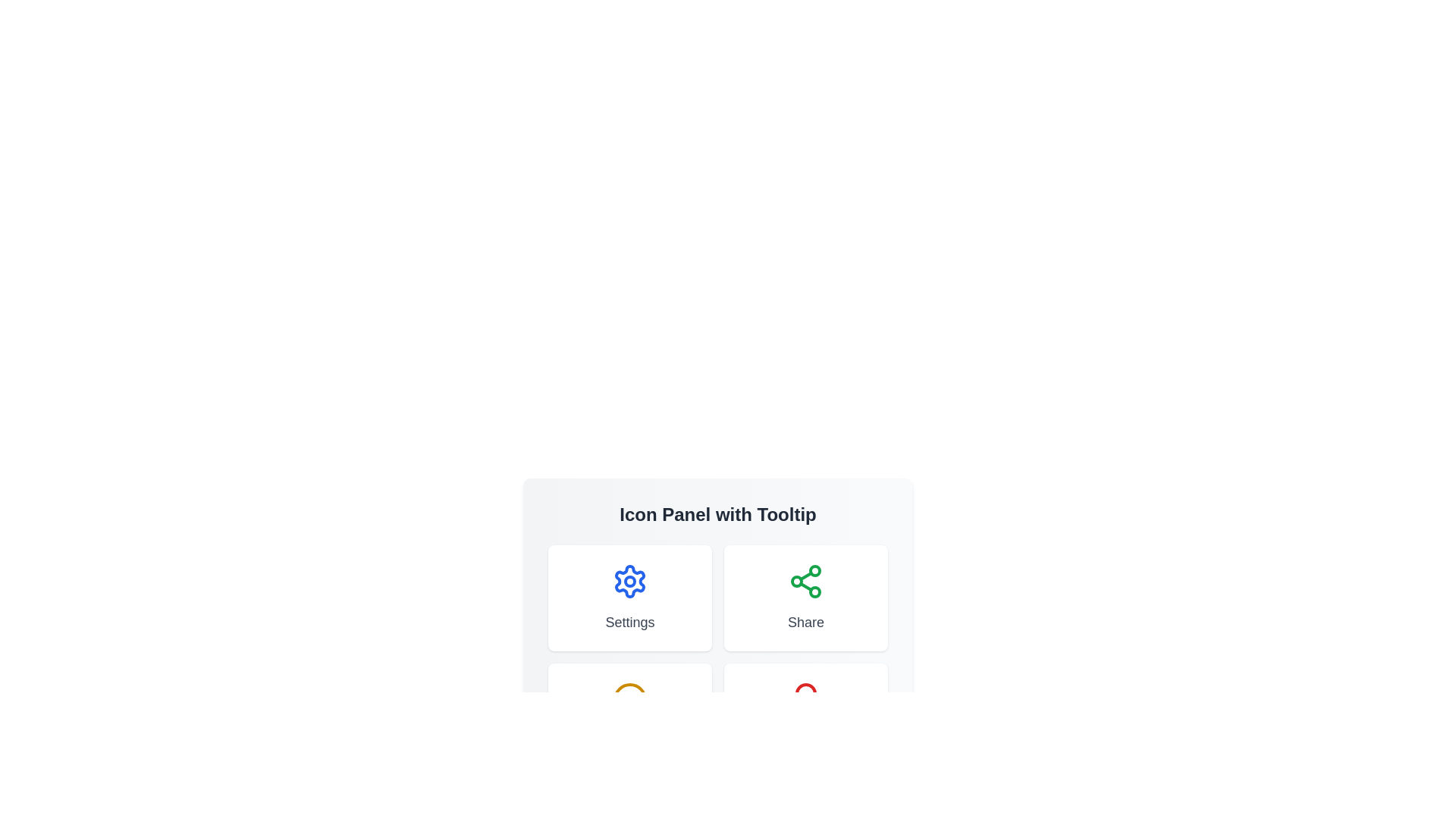  Describe the element at coordinates (629, 581) in the screenshot. I see `the small circular SVG Circle located at the center of the gear icon within the Settings button in the icon panel` at that location.